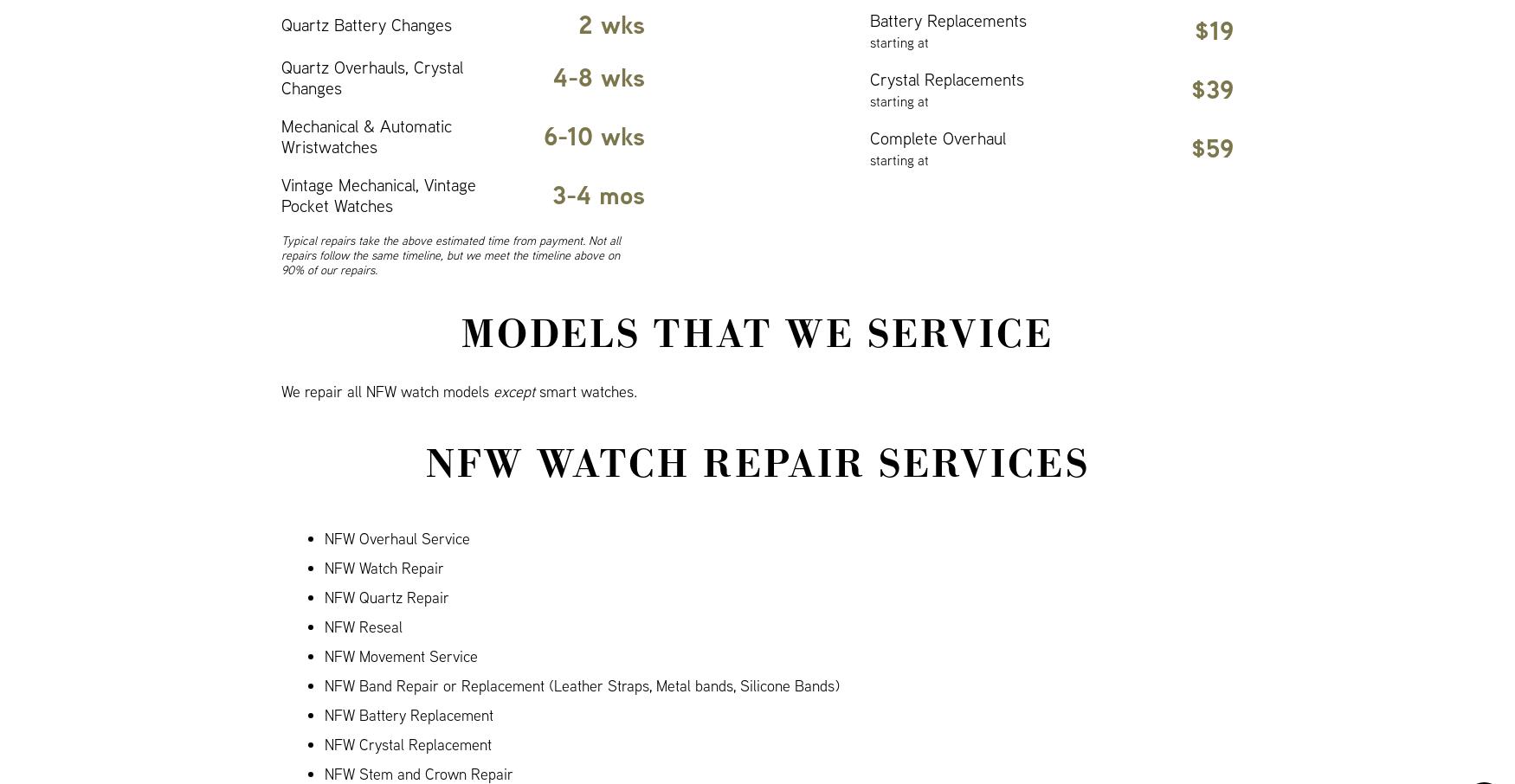 Image resolution: width=1515 pixels, height=784 pixels. What do you see at coordinates (598, 194) in the screenshot?
I see `'3-4 mos'` at bounding box center [598, 194].